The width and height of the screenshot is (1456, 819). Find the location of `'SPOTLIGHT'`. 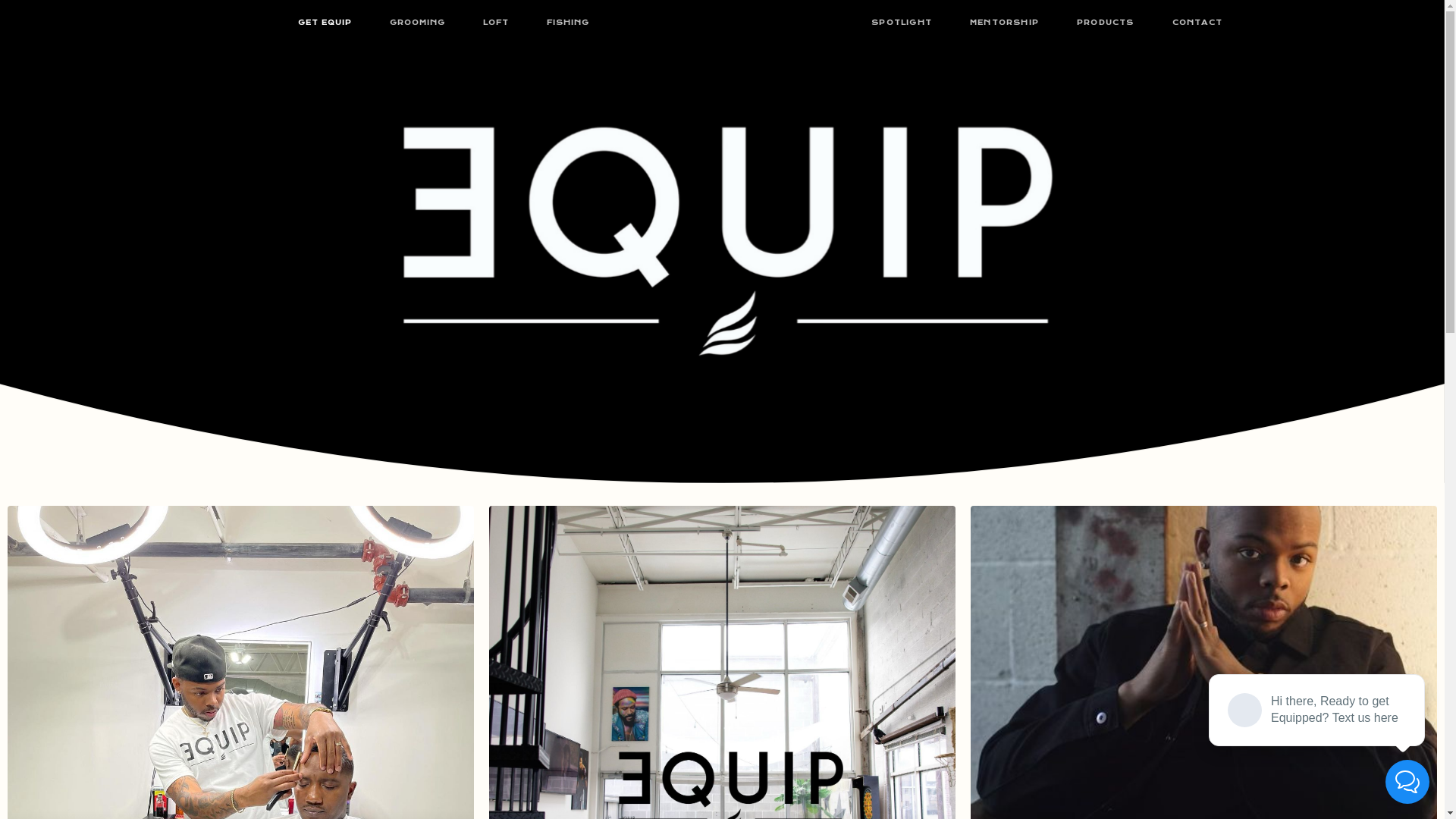

'SPOTLIGHT' is located at coordinates (902, 23).